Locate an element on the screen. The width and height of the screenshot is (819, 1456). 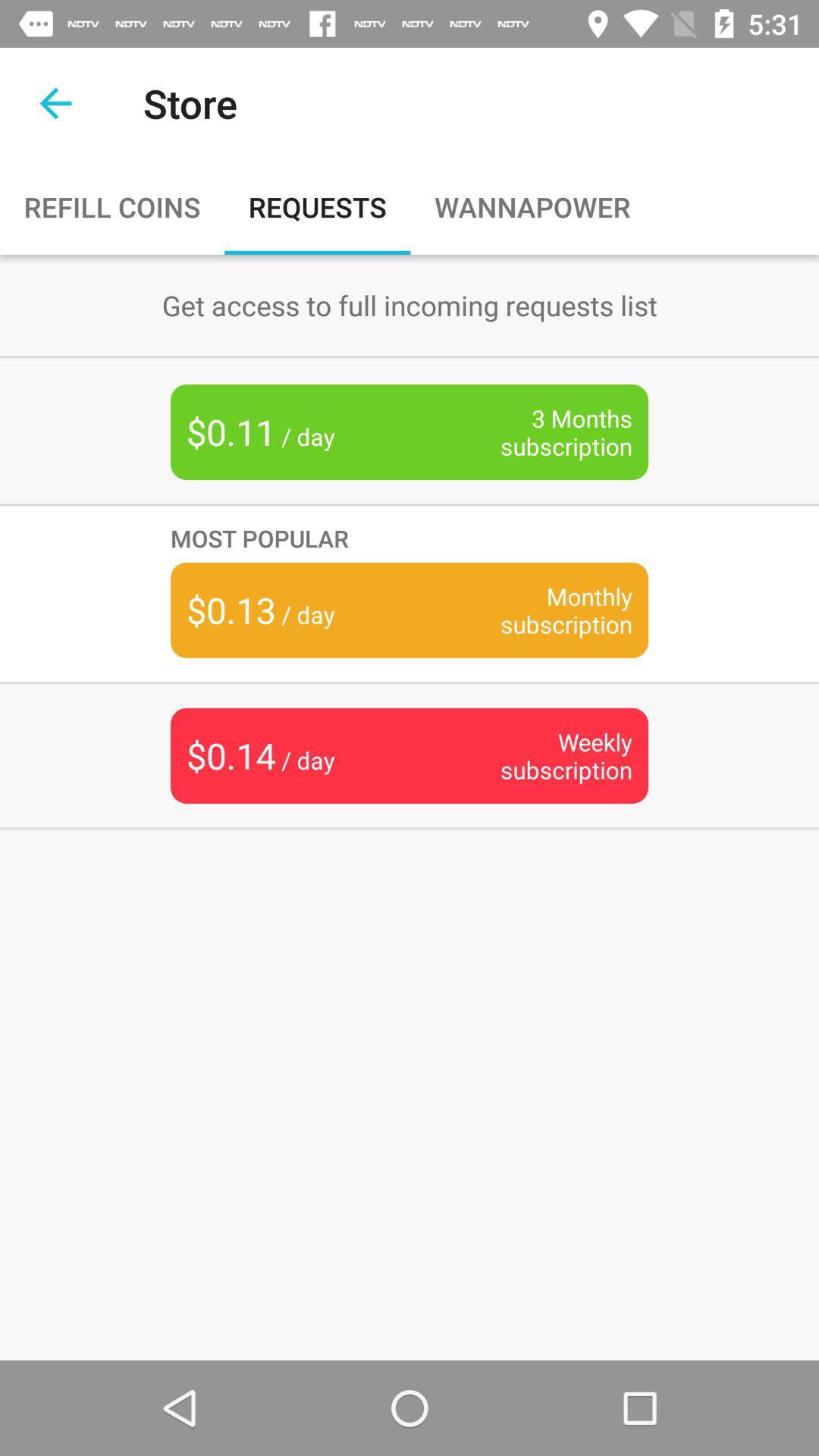
the get access to icon is located at coordinates (409, 304).